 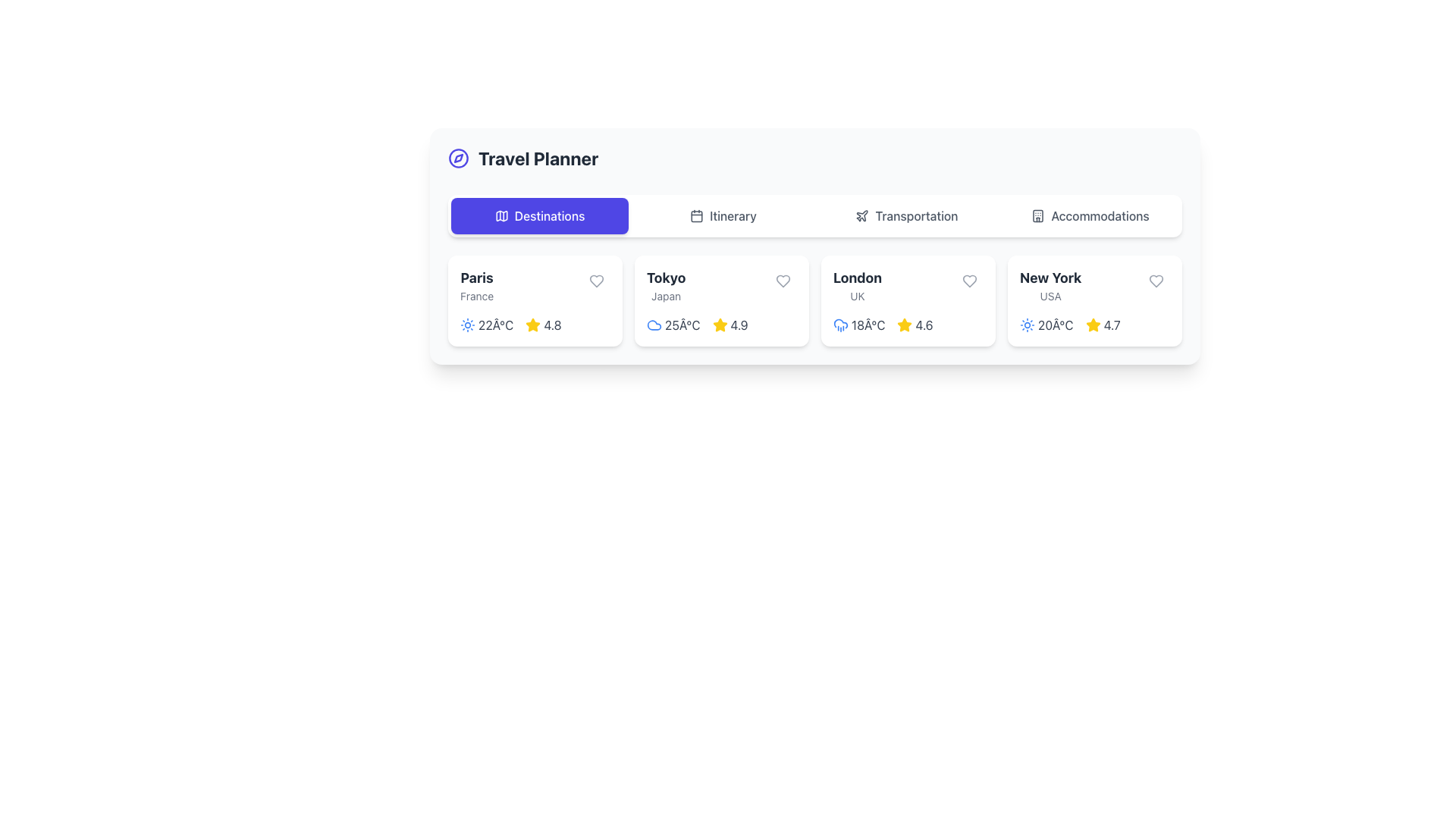 What do you see at coordinates (719, 324) in the screenshot?
I see `the star icon in the 'Tokyo' card` at bounding box center [719, 324].